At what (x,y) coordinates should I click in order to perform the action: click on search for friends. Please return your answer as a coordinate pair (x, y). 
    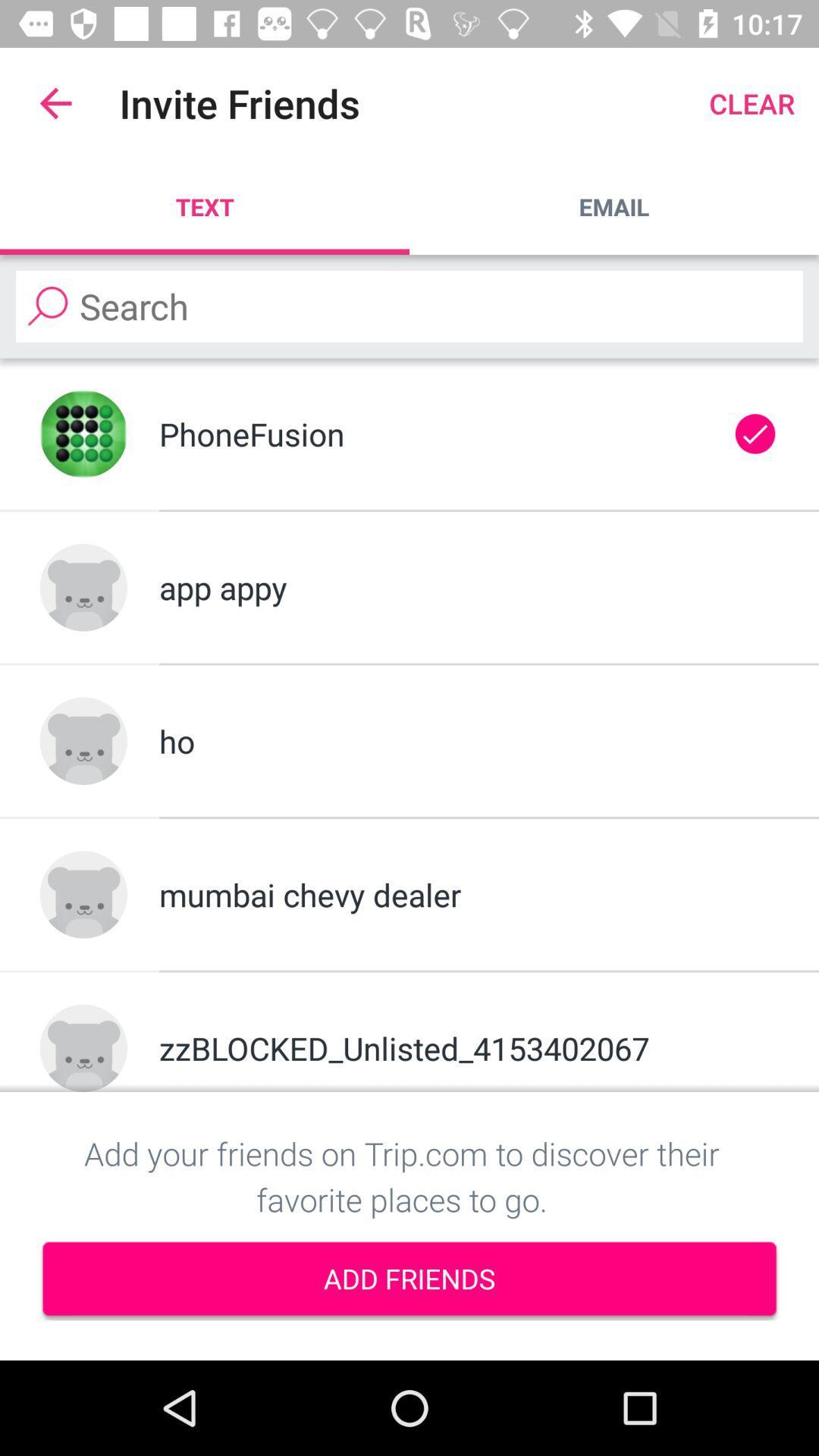
    Looking at the image, I should click on (409, 306).